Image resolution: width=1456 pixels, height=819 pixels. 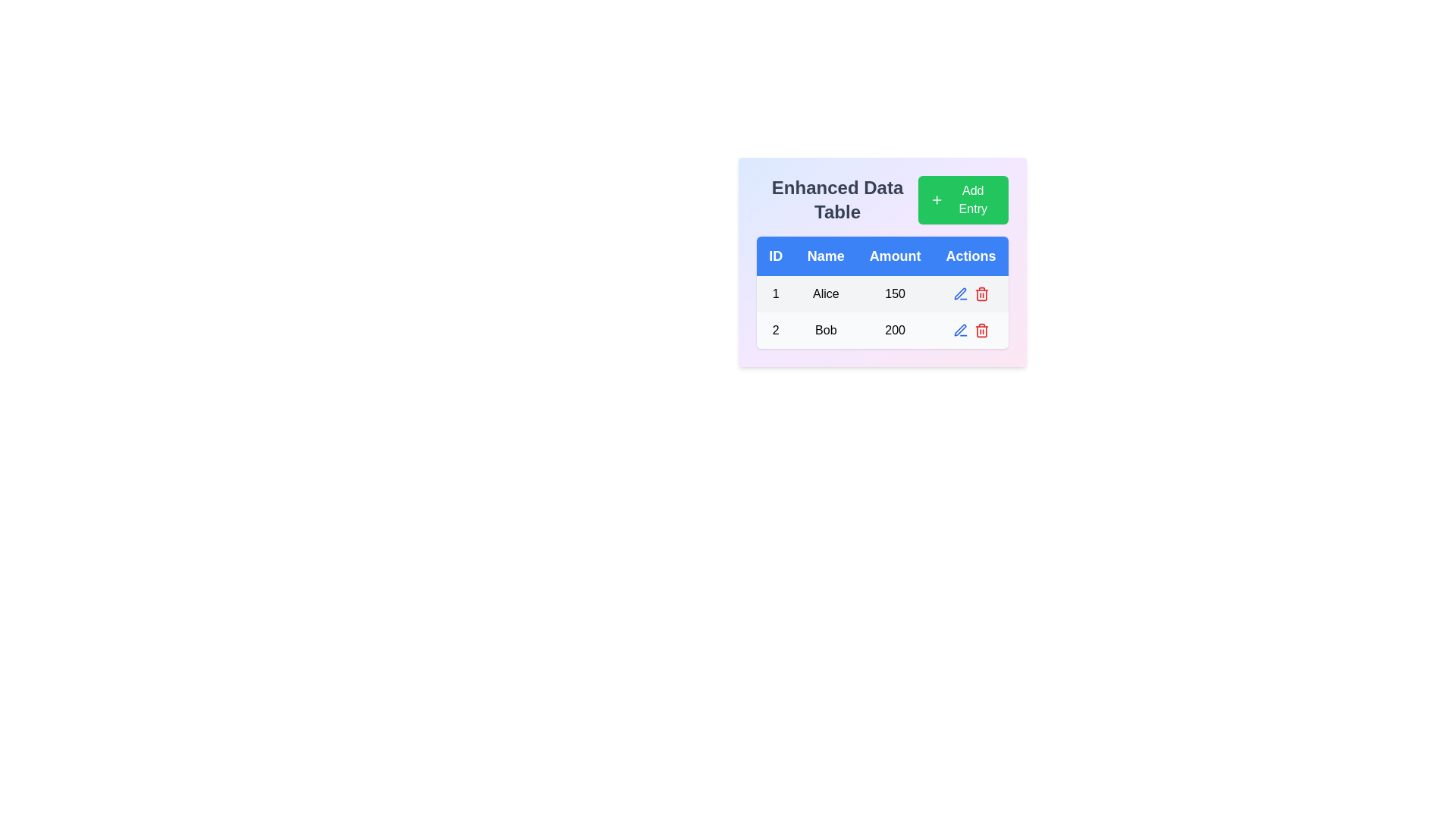 I want to click on the trash icon located in the 'Actions' column of the second row in the data table to initiate a delete action, so click(x=981, y=329).